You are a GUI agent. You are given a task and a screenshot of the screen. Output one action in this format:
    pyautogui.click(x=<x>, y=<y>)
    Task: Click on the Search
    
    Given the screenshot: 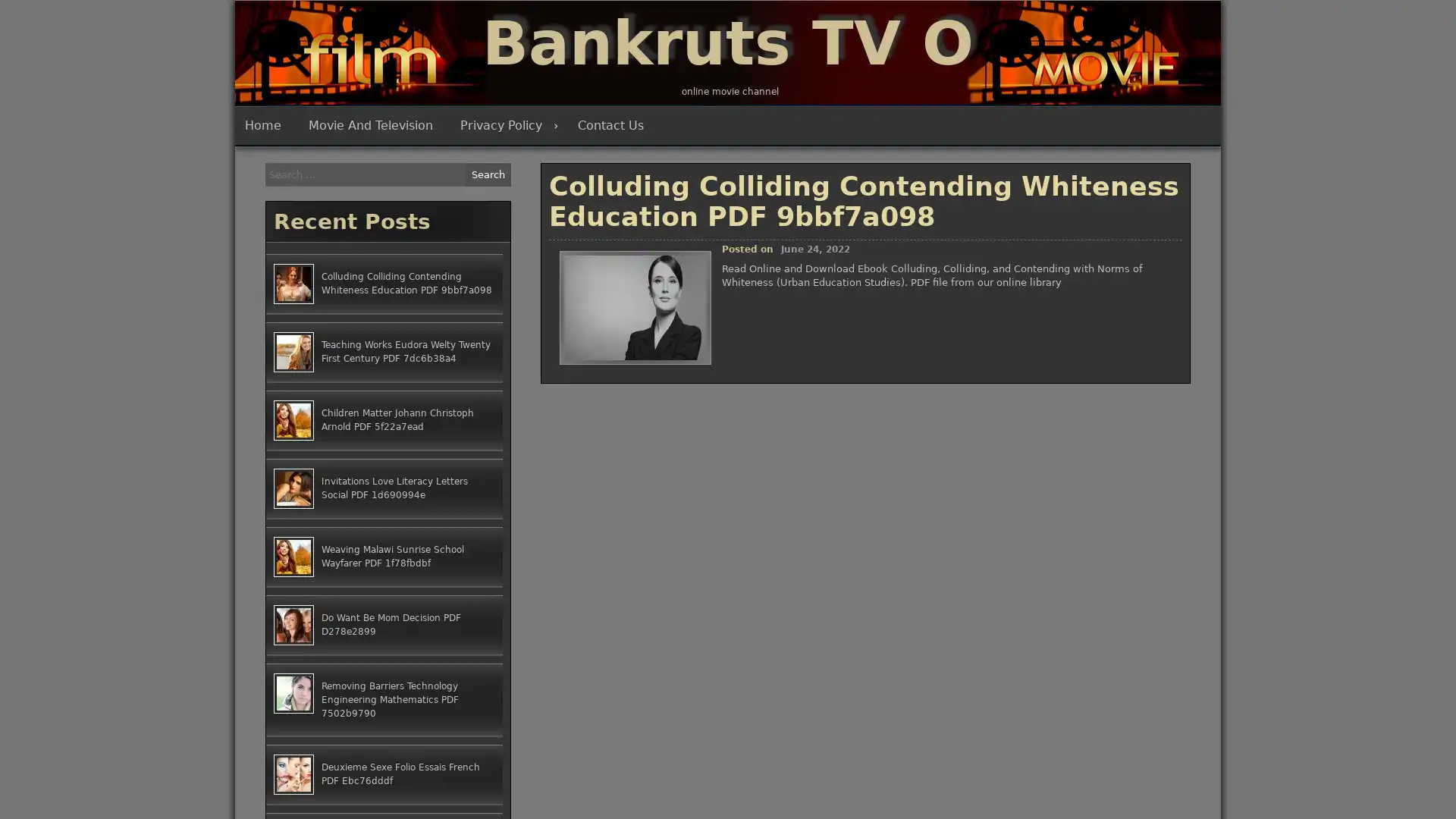 What is the action you would take?
    pyautogui.click(x=488, y=174)
    